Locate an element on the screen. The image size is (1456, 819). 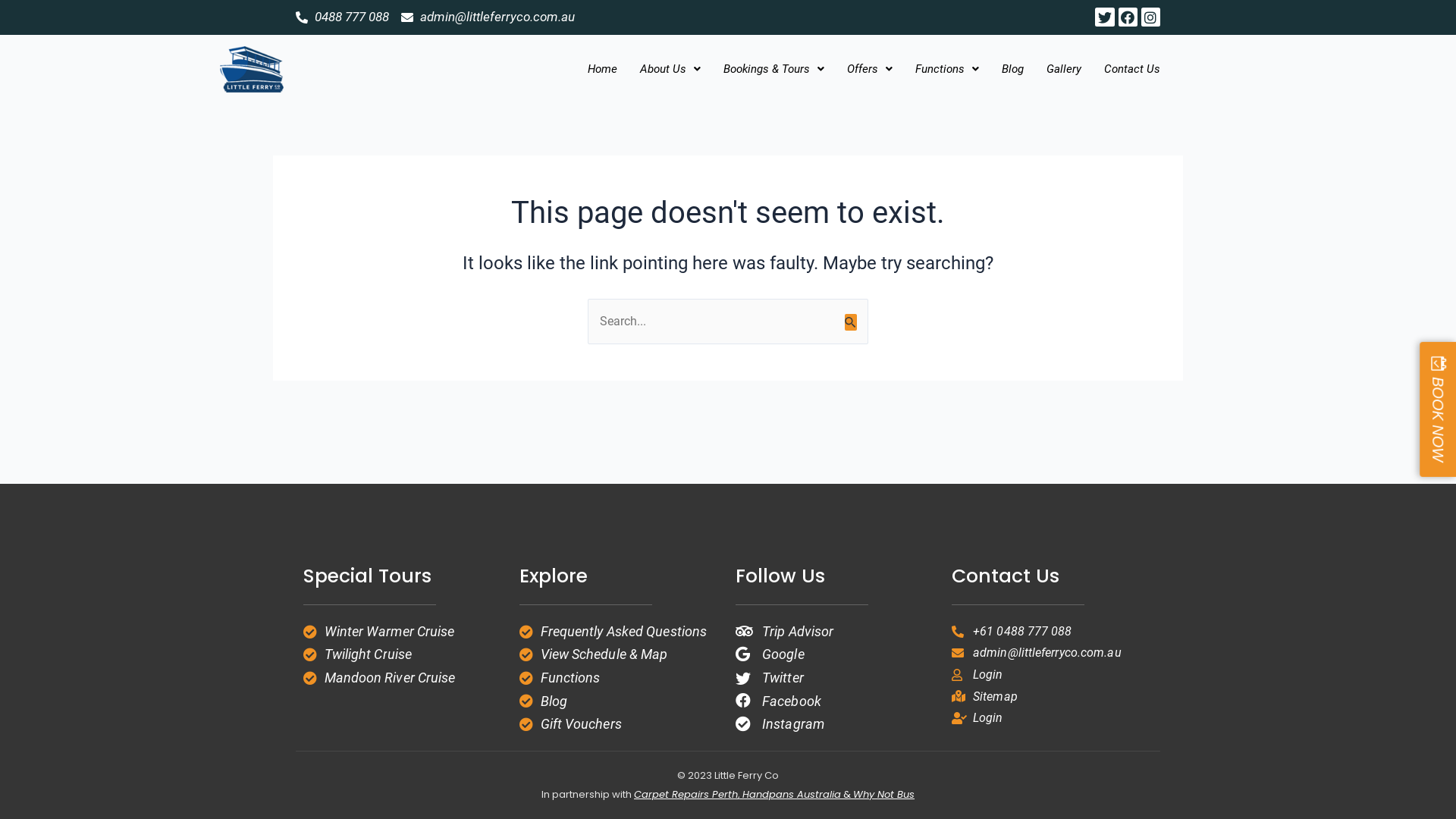
'View Schedule & Map' is located at coordinates (620, 654).